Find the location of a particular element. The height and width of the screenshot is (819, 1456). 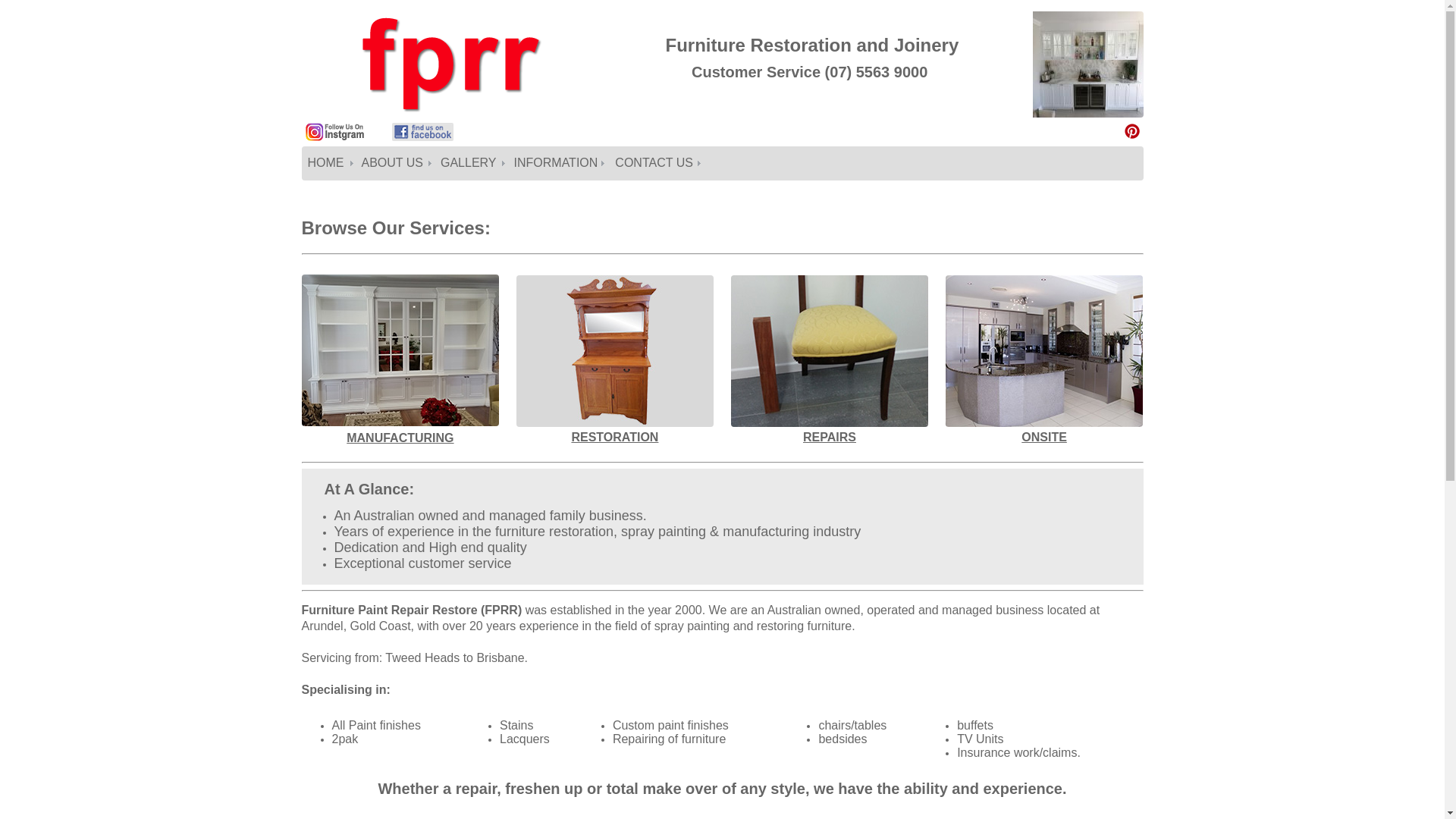

'GALLERY' is located at coordinates (470, 163).